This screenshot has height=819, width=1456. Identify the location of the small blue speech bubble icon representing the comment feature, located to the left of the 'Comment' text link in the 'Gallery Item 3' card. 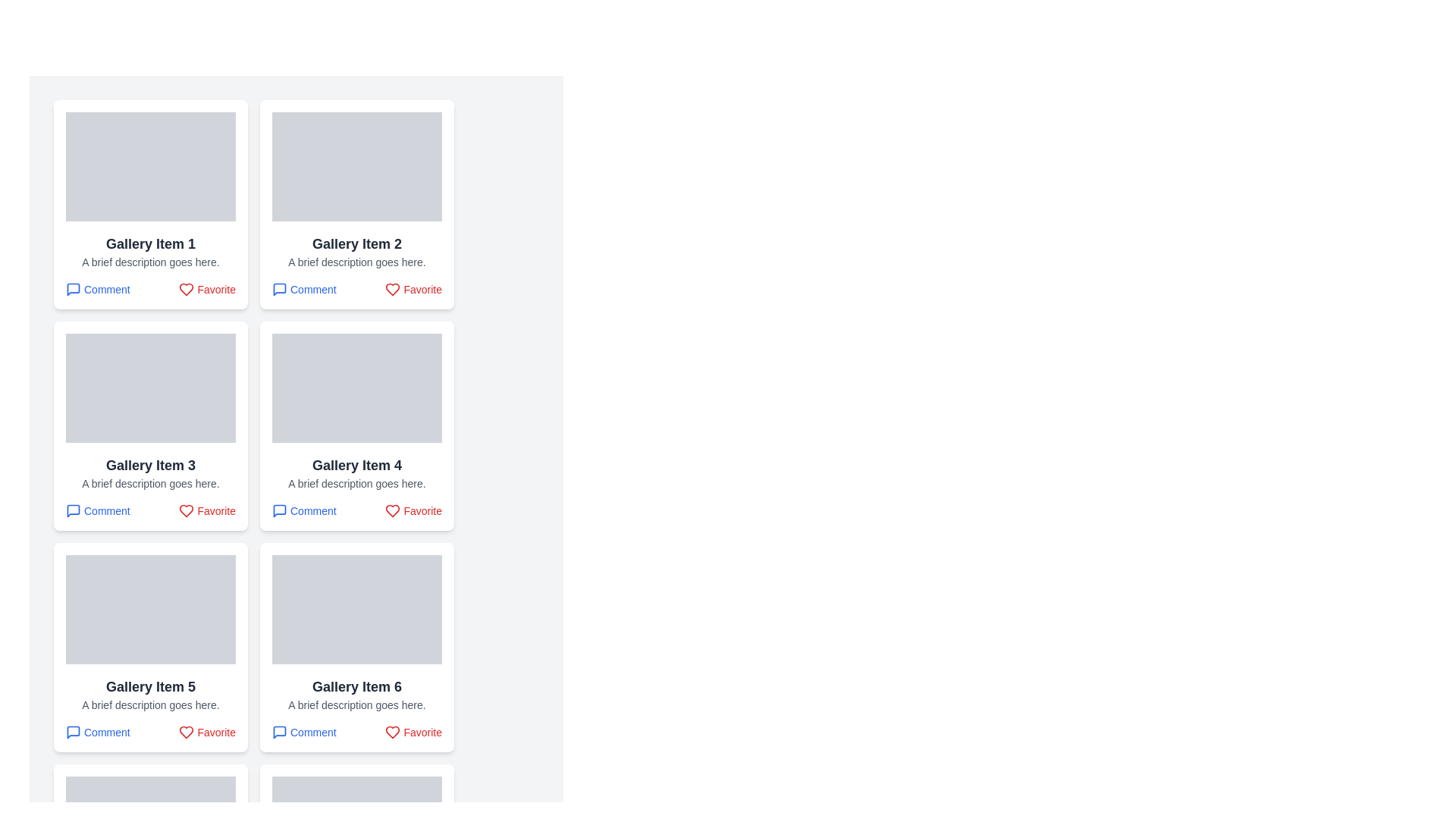
(72, 511).